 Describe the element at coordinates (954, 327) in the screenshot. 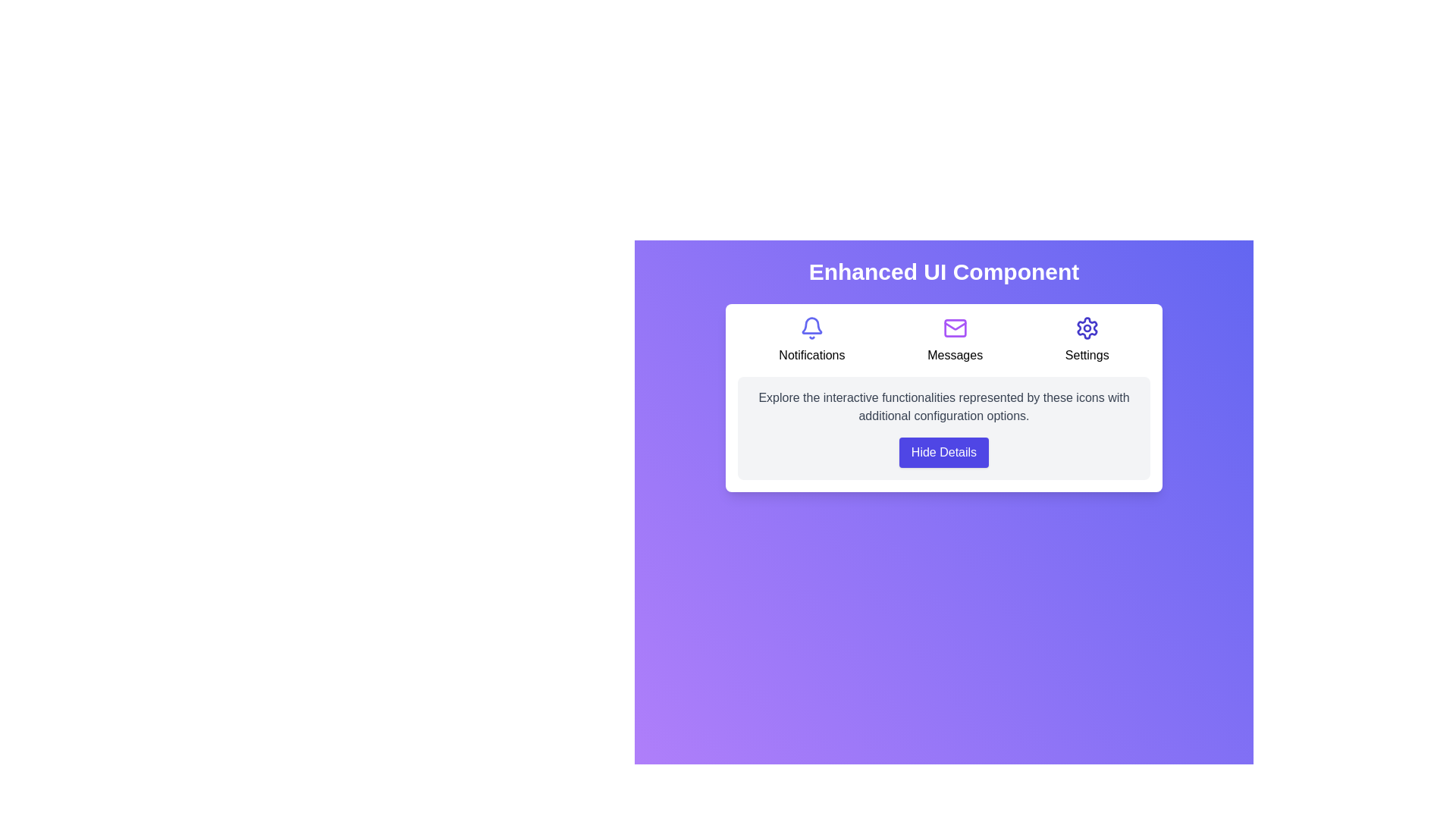

I see `the decorative SVG graphic that represents the body of the envelope in the mail icon, located beneath the Messages label as the second icon in a group of three` at that location.